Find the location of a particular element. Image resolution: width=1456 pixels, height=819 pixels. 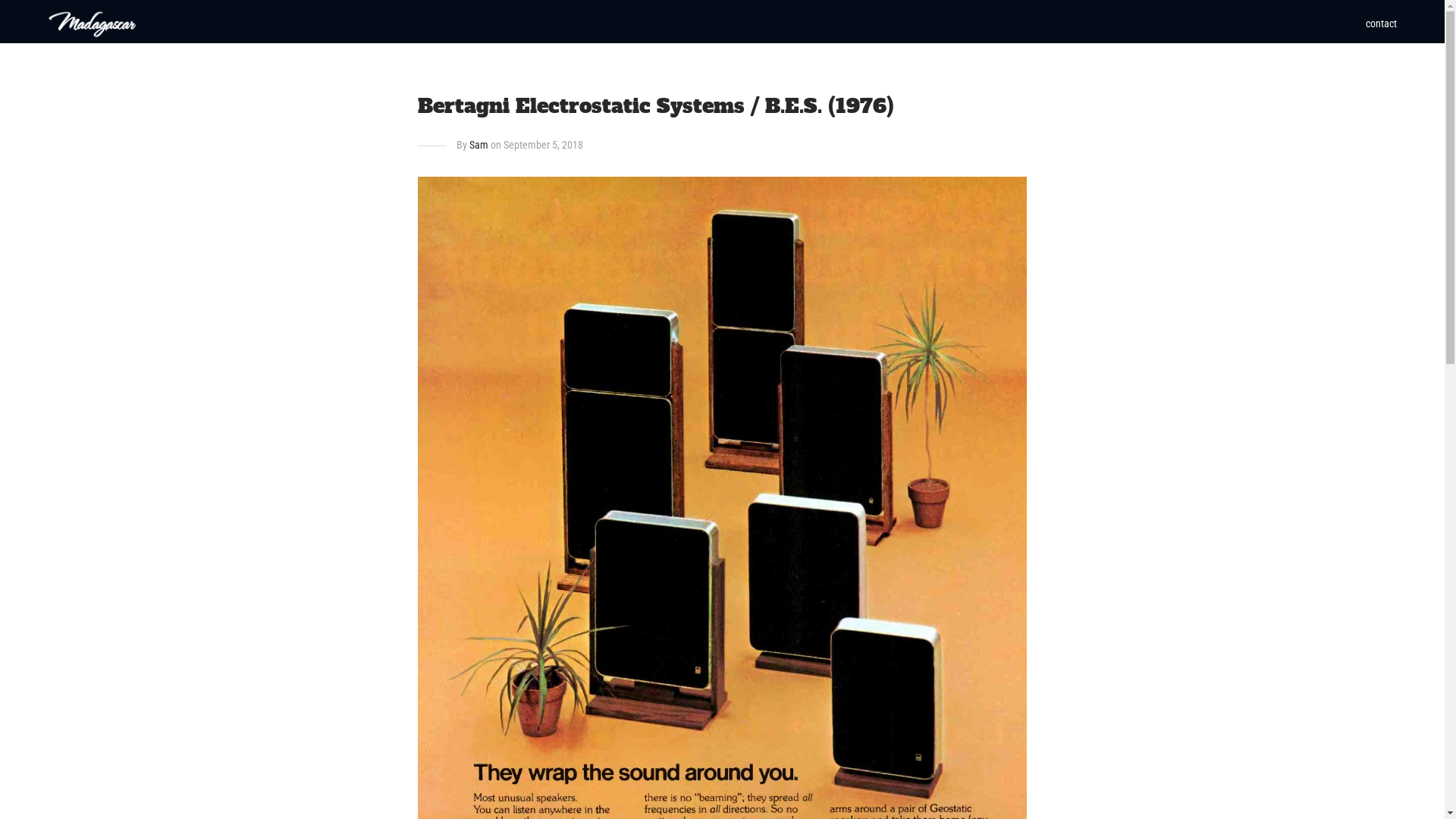

'contact' is located at coordinates (1381, 23).